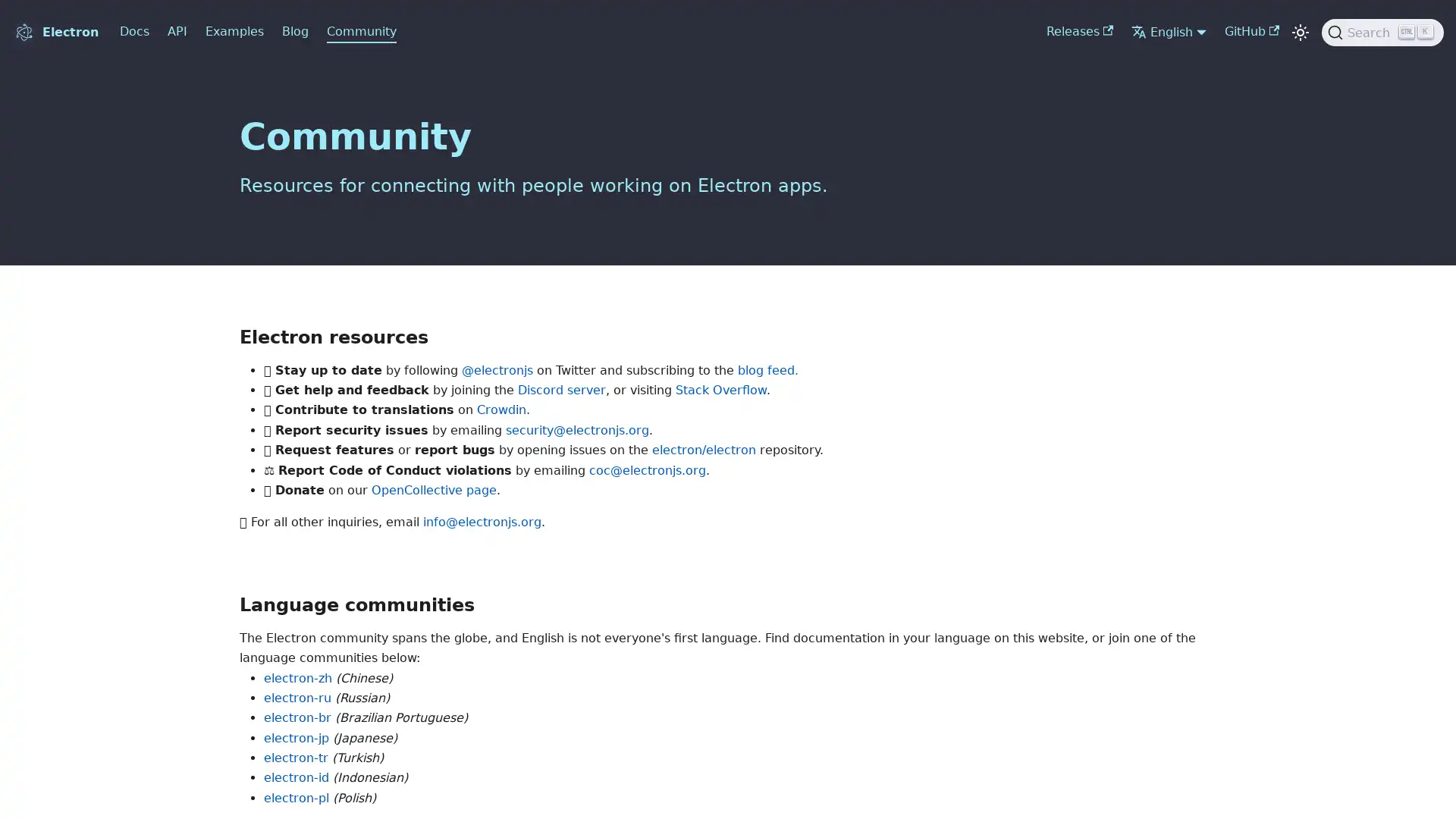 The height and width of the screenshot is (819, 1456). What do you see at coordinates (1299, 32) in the screenshot?
I see `Switch between dark and light mode (currently light mode)` at bounding box center [1299, 32].